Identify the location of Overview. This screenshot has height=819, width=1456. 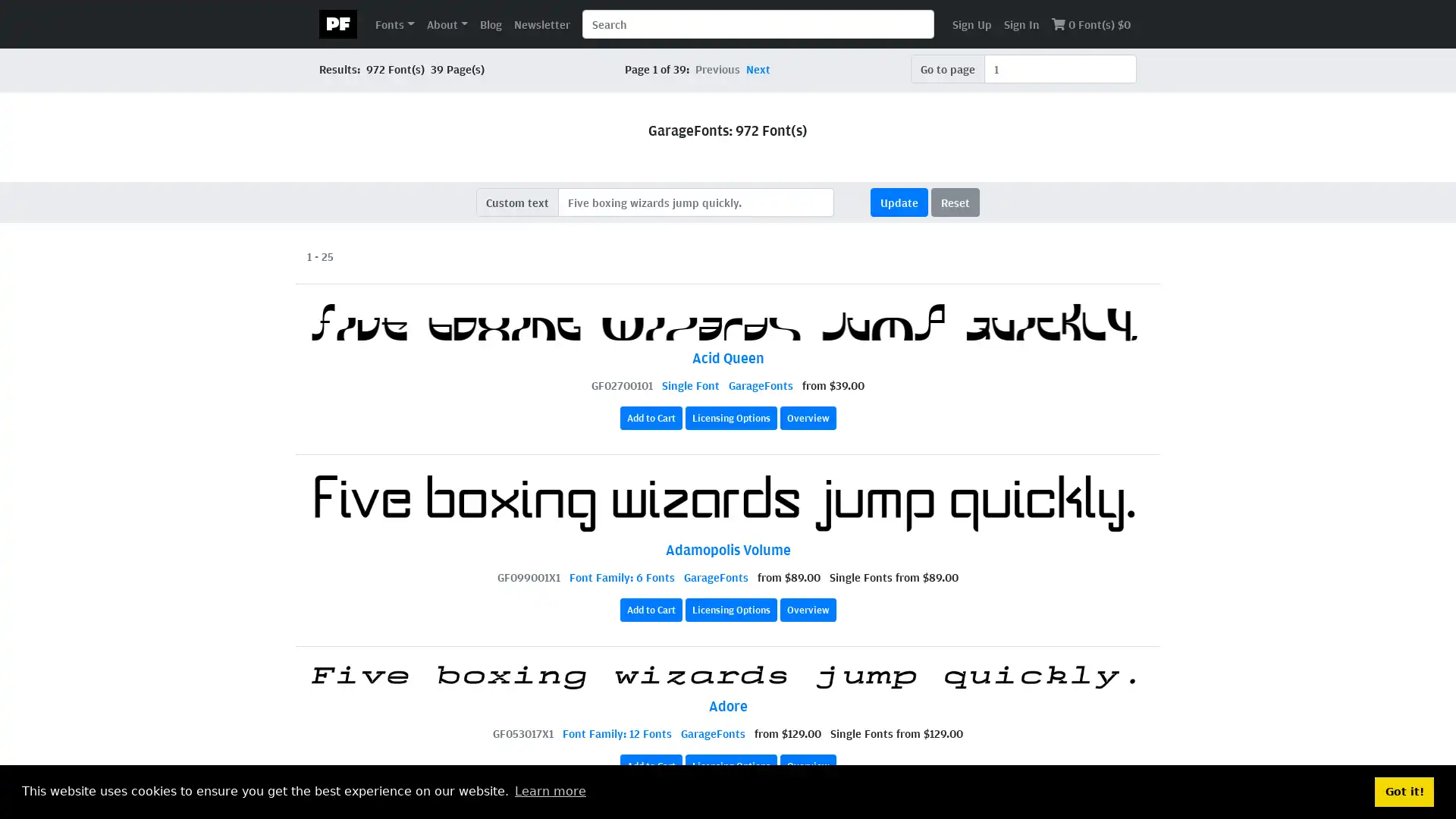
(807, 765).